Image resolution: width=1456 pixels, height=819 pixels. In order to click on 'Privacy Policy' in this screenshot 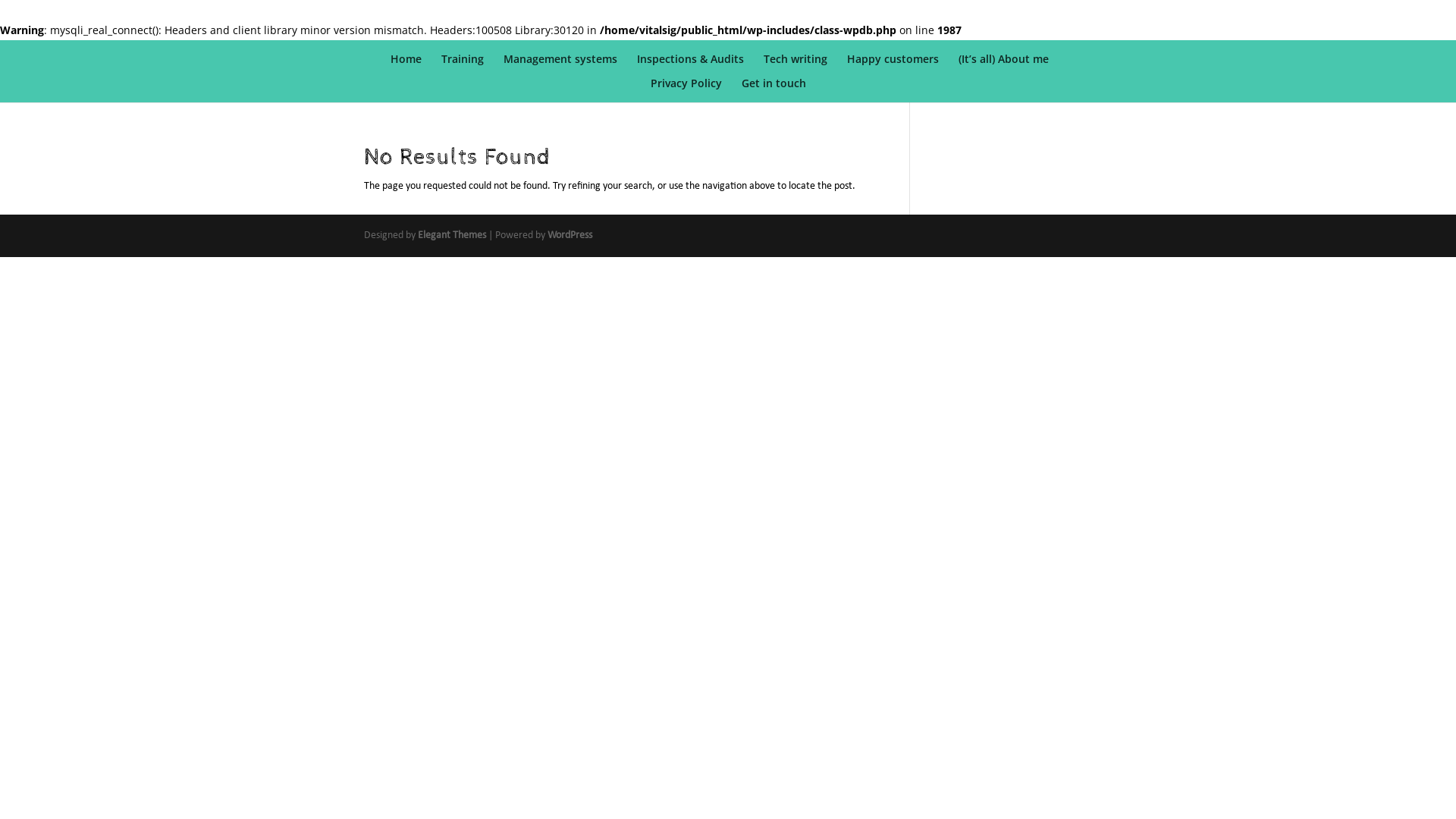, I will do `click(686, 90)`.